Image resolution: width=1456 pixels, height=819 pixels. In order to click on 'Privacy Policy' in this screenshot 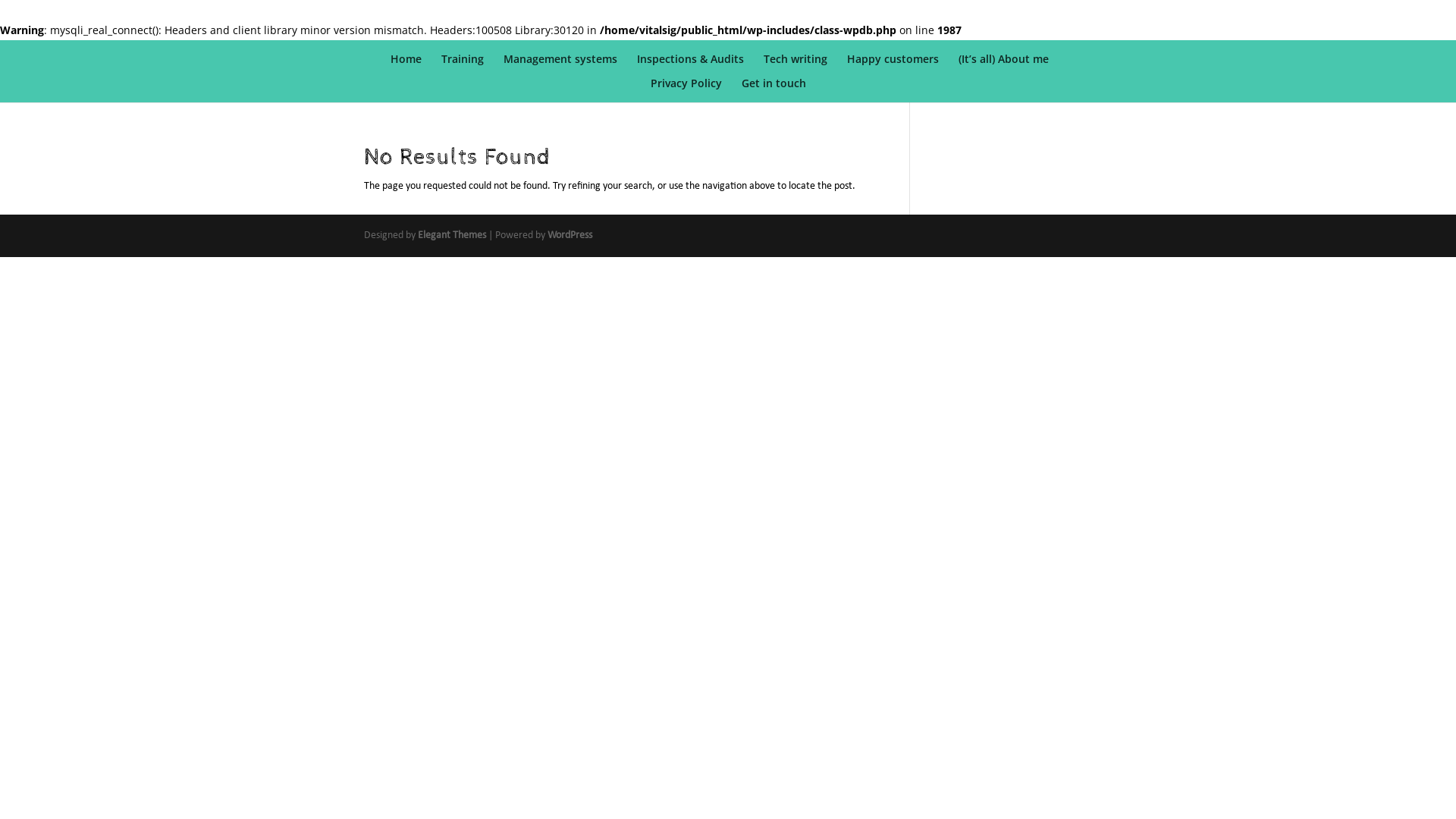, I will do `click(686, 90)`.